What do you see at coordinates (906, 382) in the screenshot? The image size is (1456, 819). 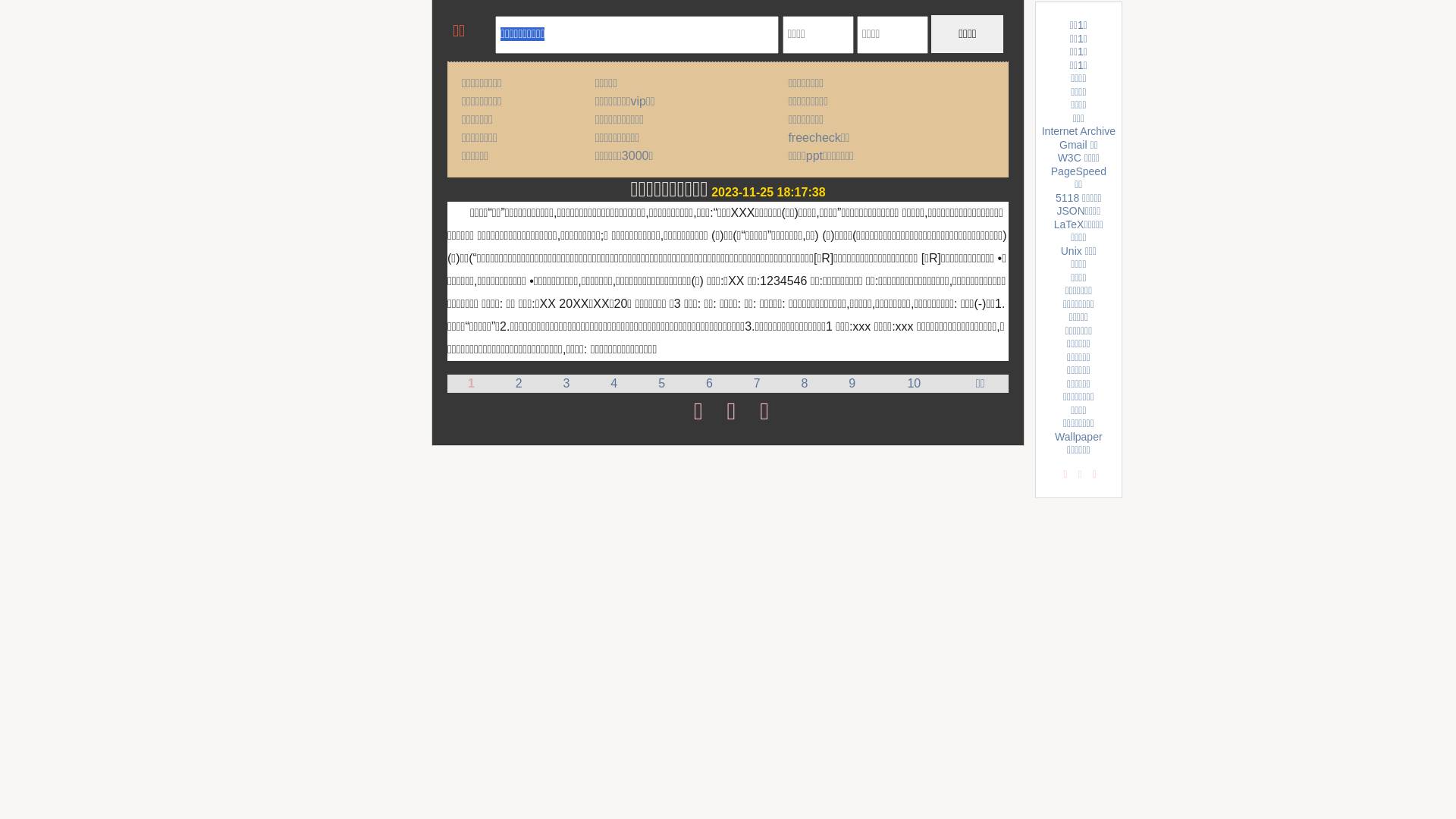 I see `'10'` at bounding box center [906, 382].